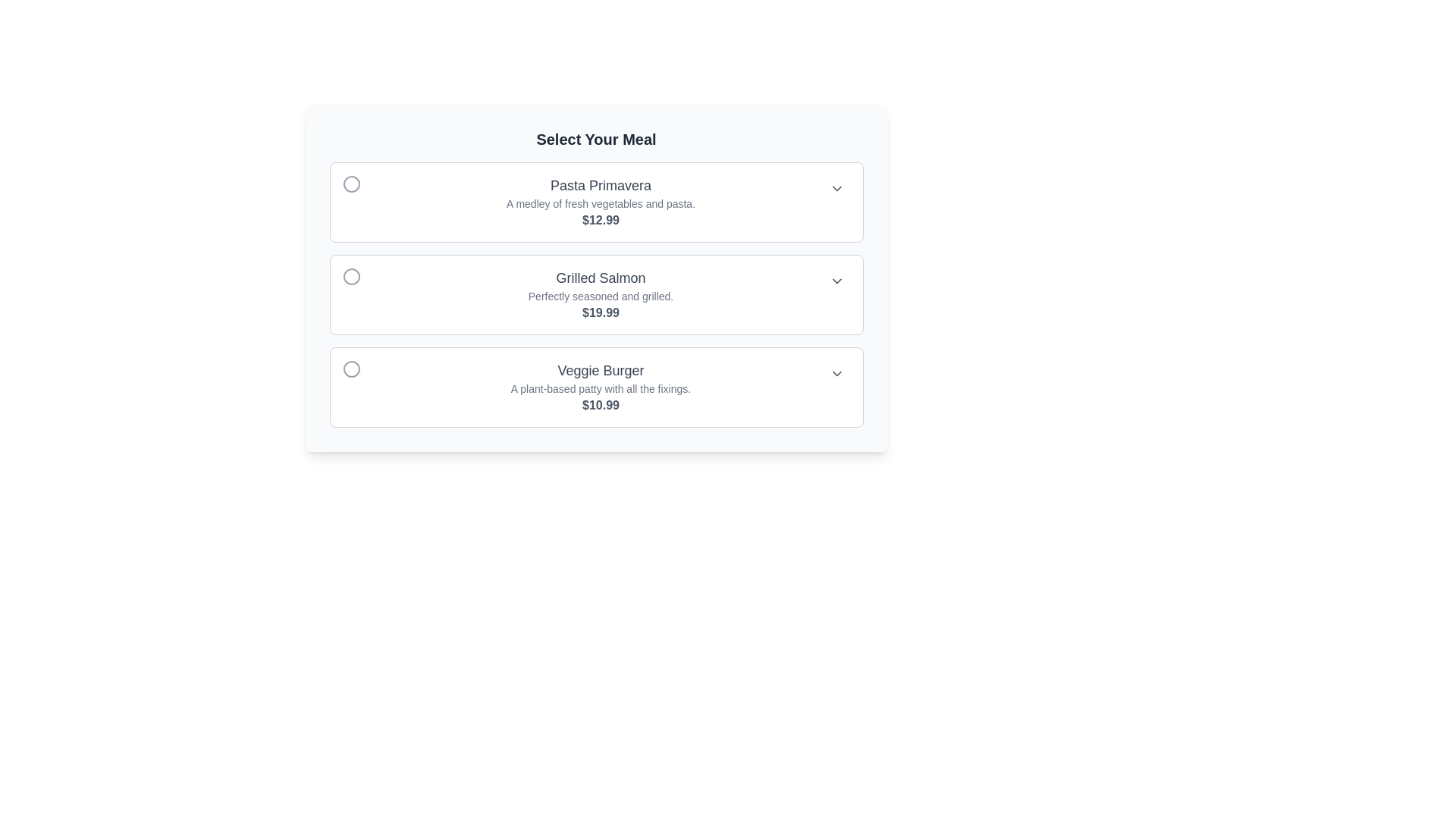  I want to click on the radio button outline, which is a small circle with a thin gray border located to the left of 'Grilled Salmon' in the meal options list, so click(359, 277).